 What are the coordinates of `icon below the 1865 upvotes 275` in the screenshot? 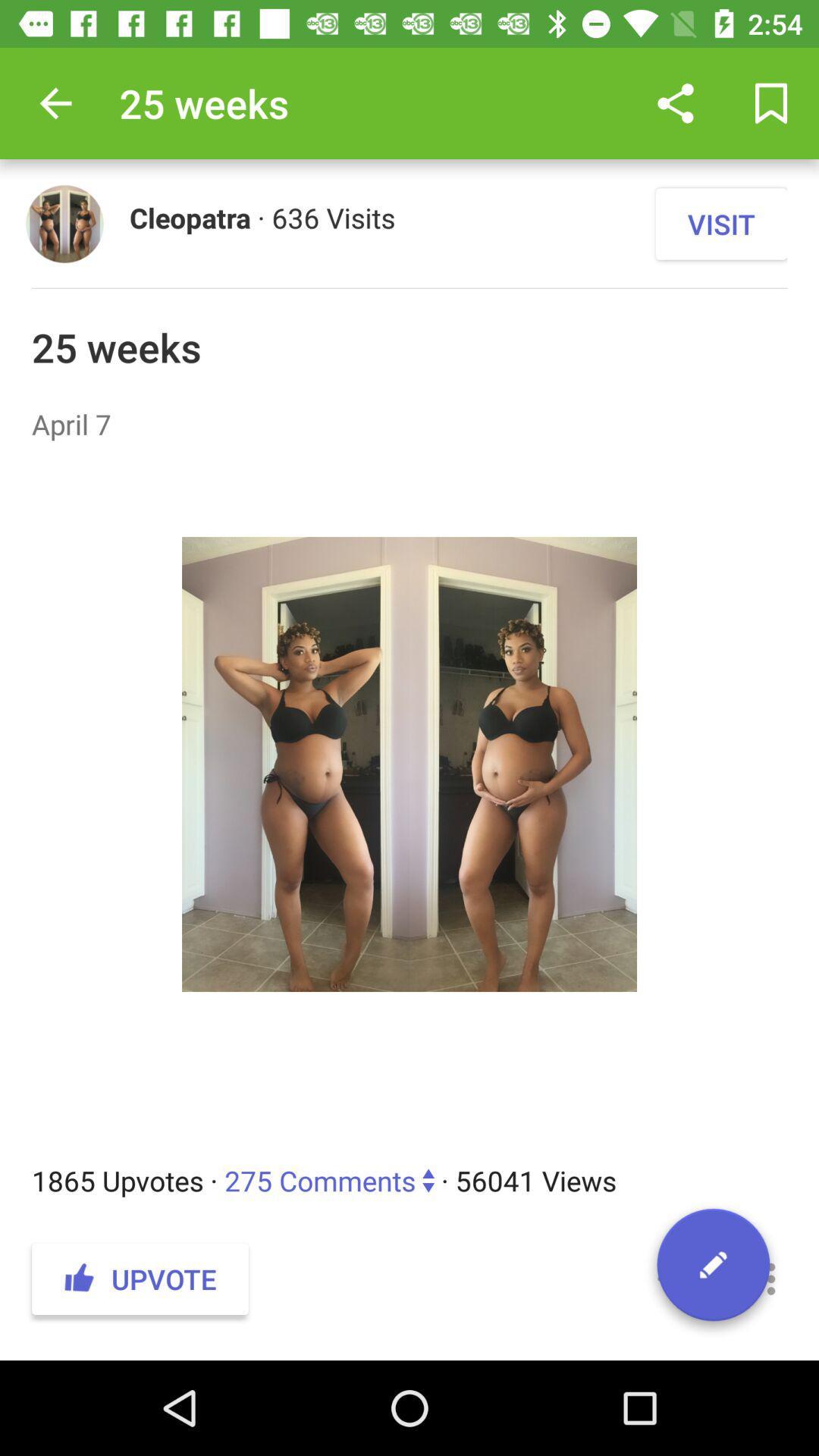 It's located at (675, 1278).